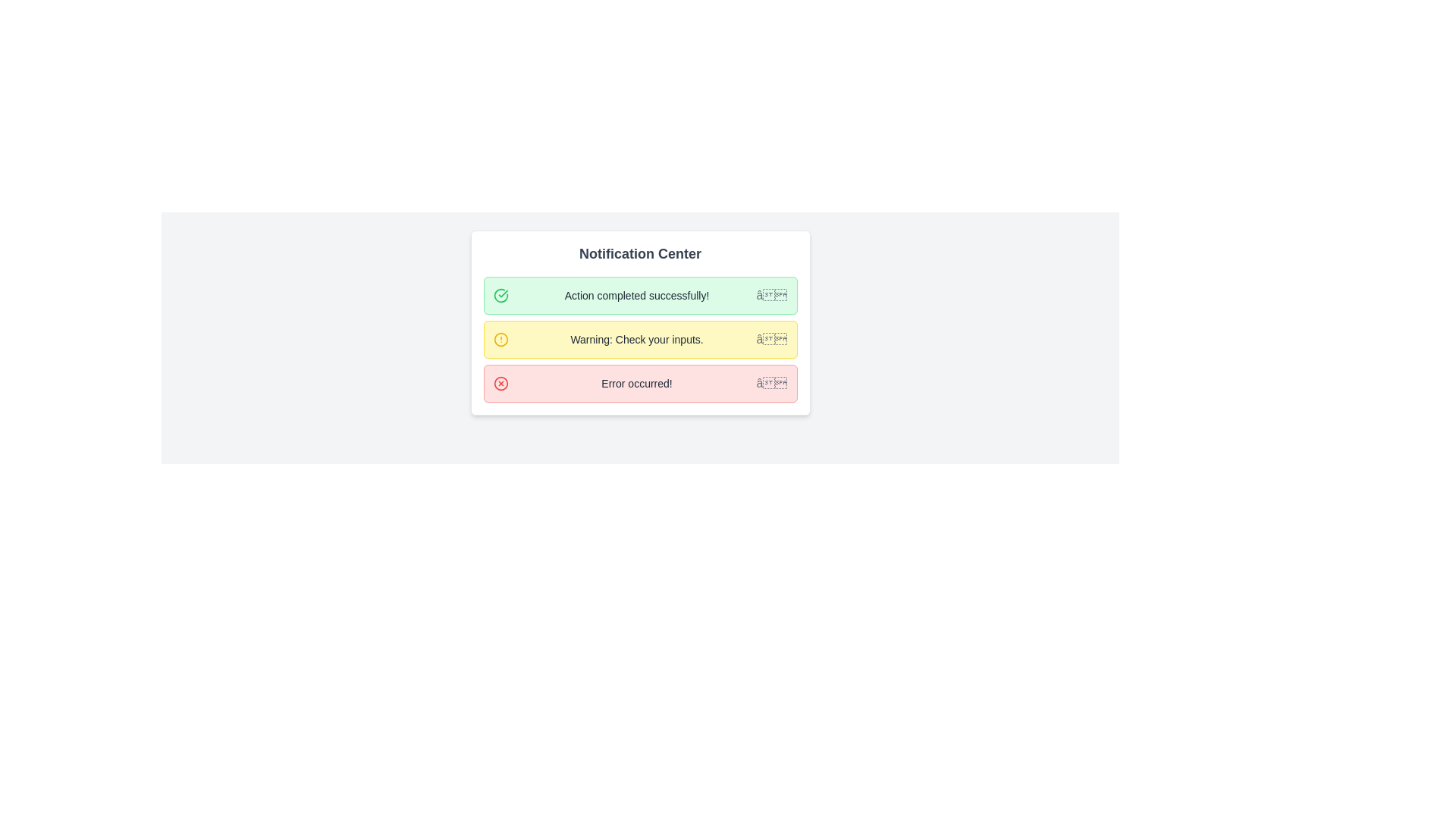  Describe the element at coordinates (637, 338) in the screenshot. I see `warning message text label that provides input validation information, centrally aligned within the yellow background panel in the middle notification panel of the notification center` at that location.